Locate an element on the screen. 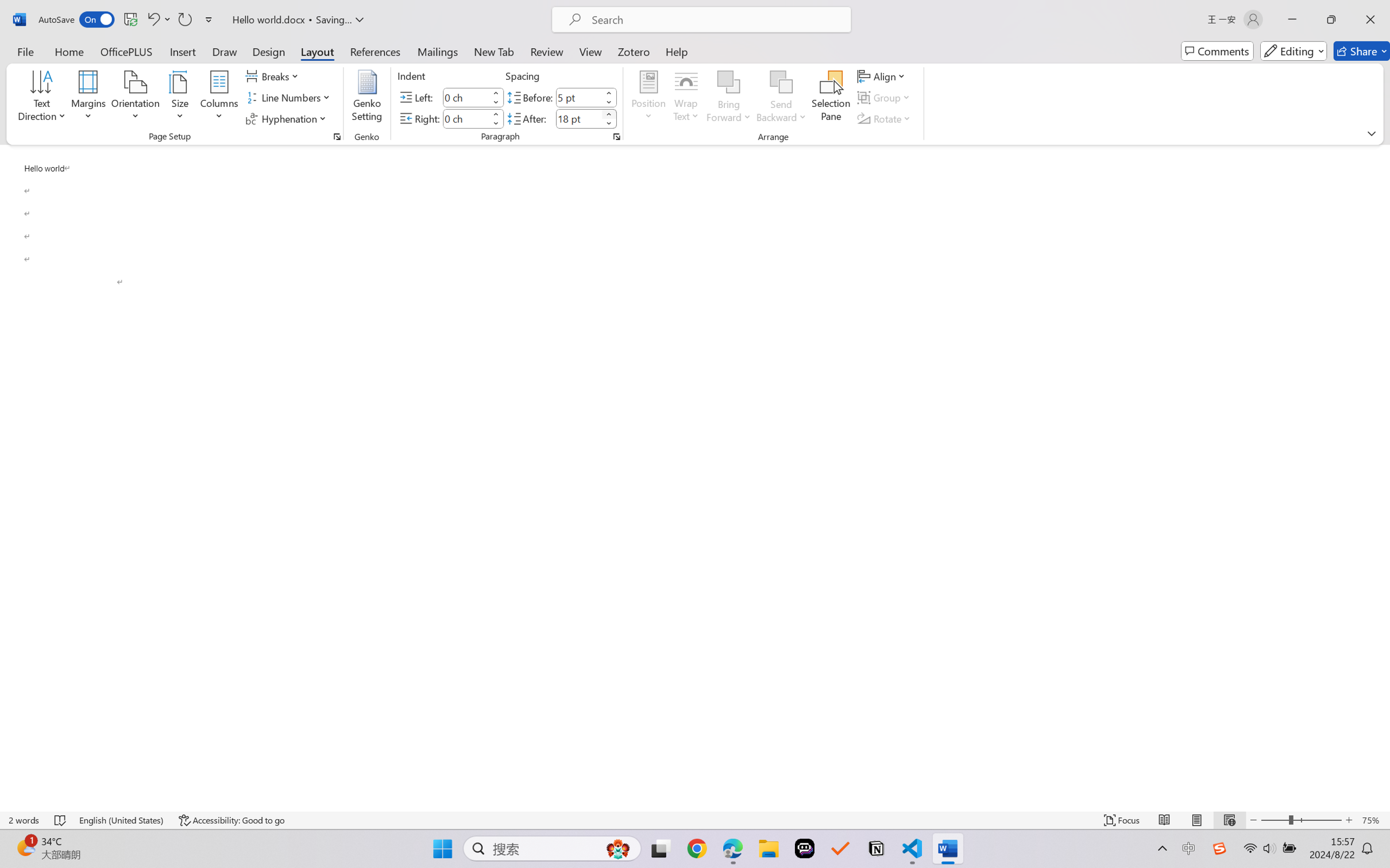 The height and width of the screenshot is (868, 1390). 'Margins' is located at coordinates (88, 98).